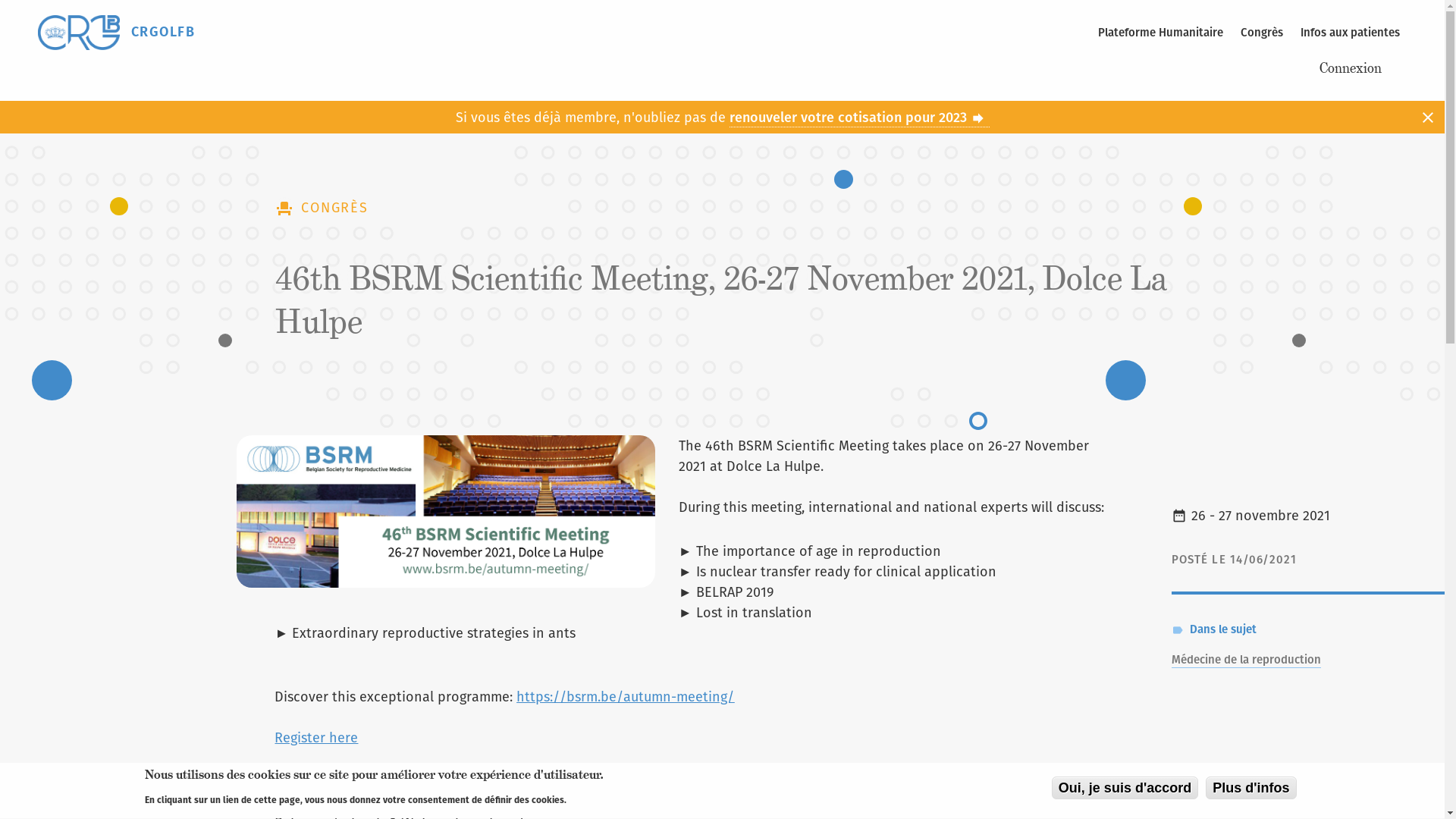 This screenshot has height=819, width=1456. I want to click on 'https://bsrm.be/autumn-meeting/', so click(625, 696).